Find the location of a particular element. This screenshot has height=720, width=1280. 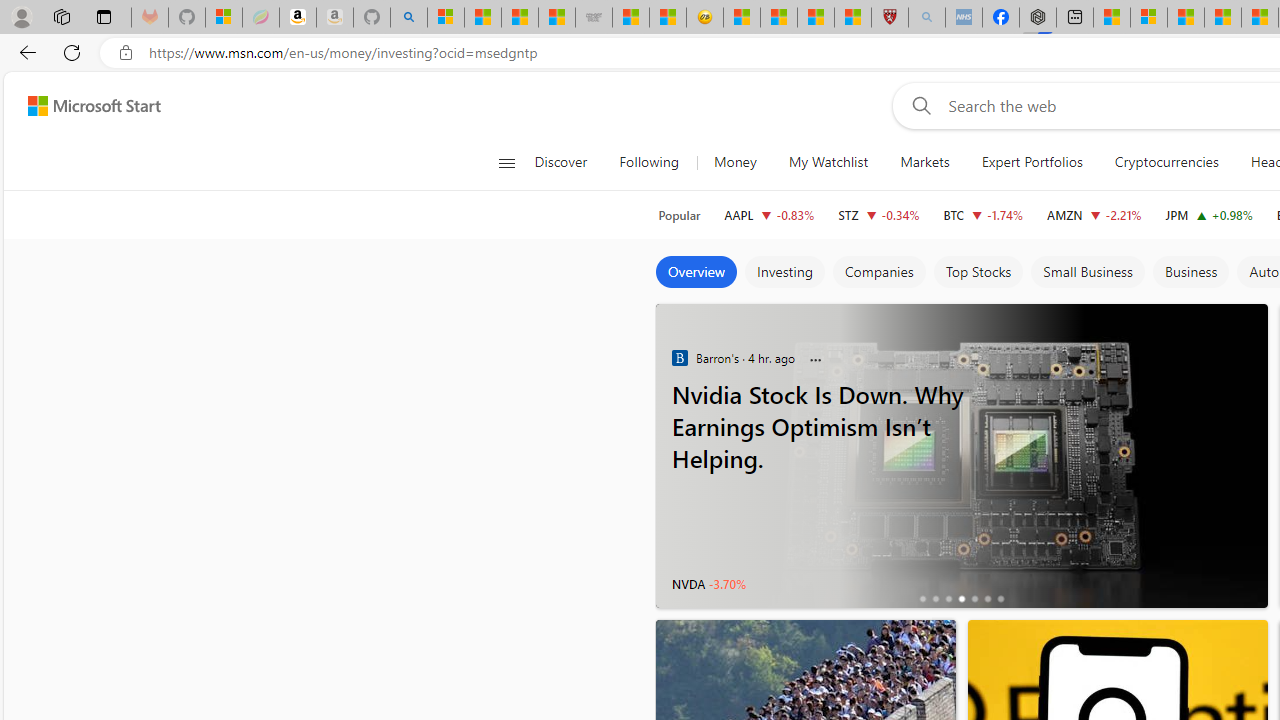

'Top Stocks' is located at coordinates (977, 272).